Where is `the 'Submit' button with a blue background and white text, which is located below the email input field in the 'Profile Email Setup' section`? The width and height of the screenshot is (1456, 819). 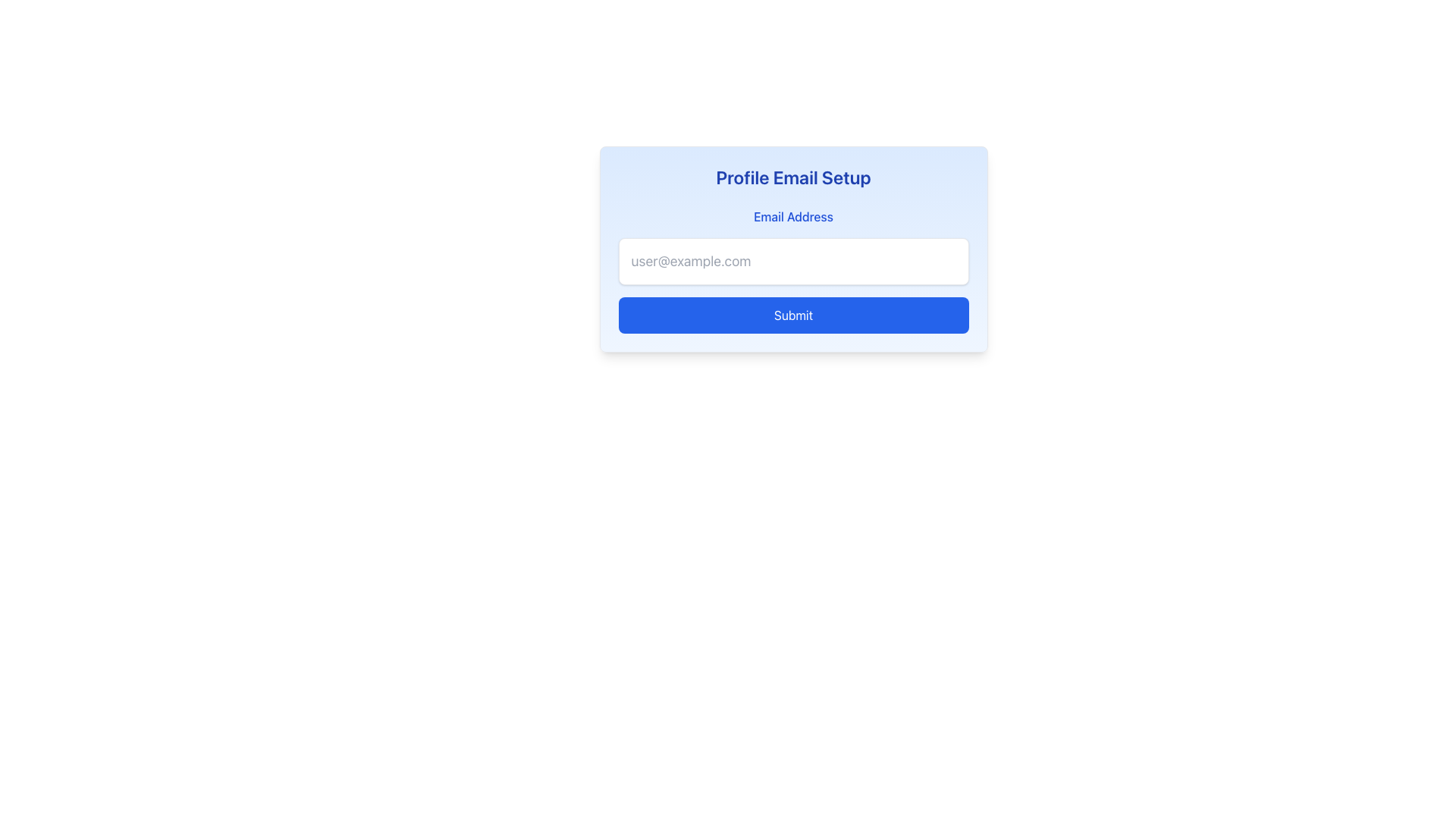 the 'Submit' button with a blue background and white text, which is located below the email input field in the 'Profile Email Setup' section is located at coordinates (792, 315).